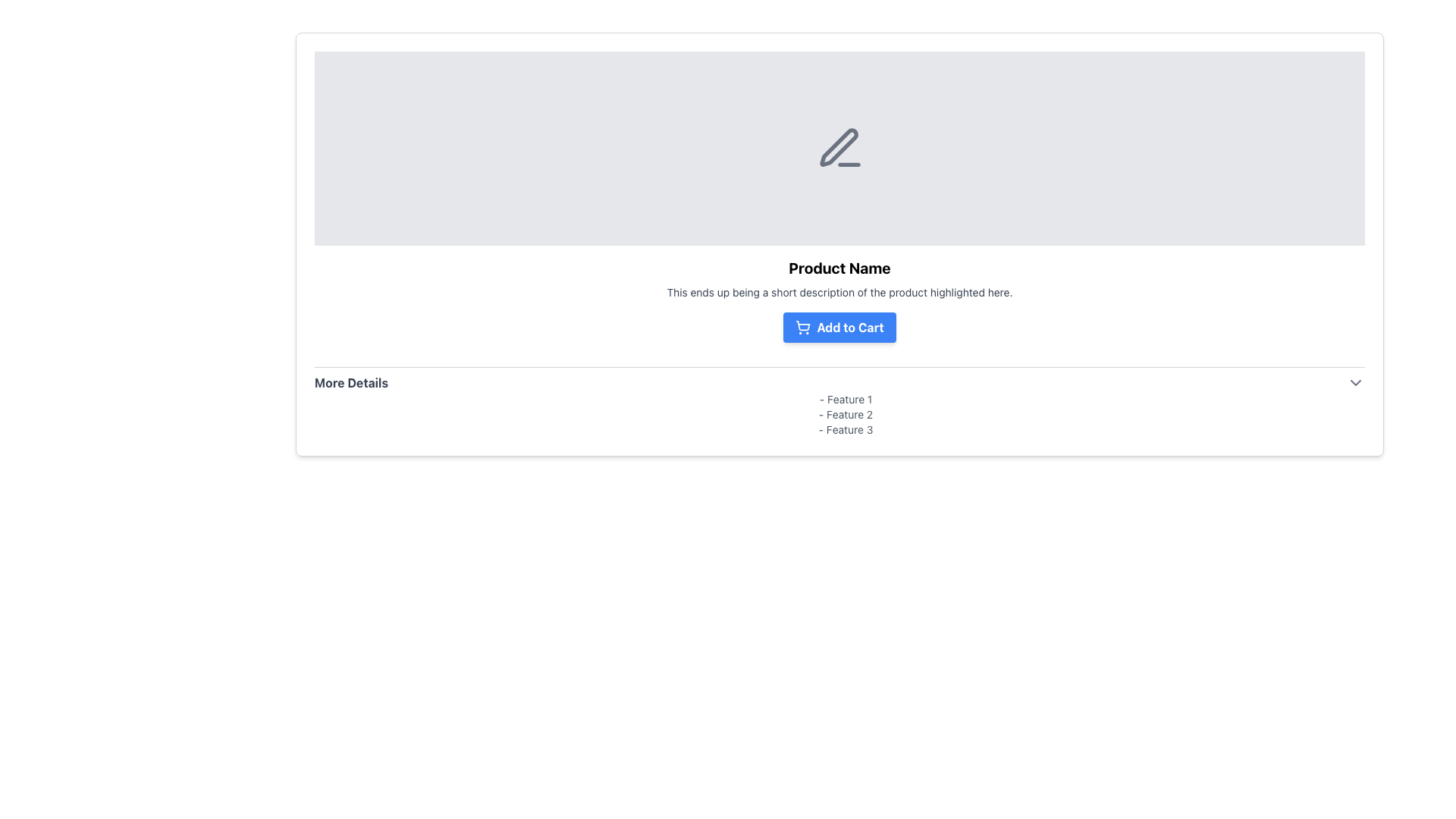 This screenshot has height=819, width=1456. I want to click on the central decorative icon that signifies a writable or editable area, positioned above the 'Product Name' text, so click(839, 149).